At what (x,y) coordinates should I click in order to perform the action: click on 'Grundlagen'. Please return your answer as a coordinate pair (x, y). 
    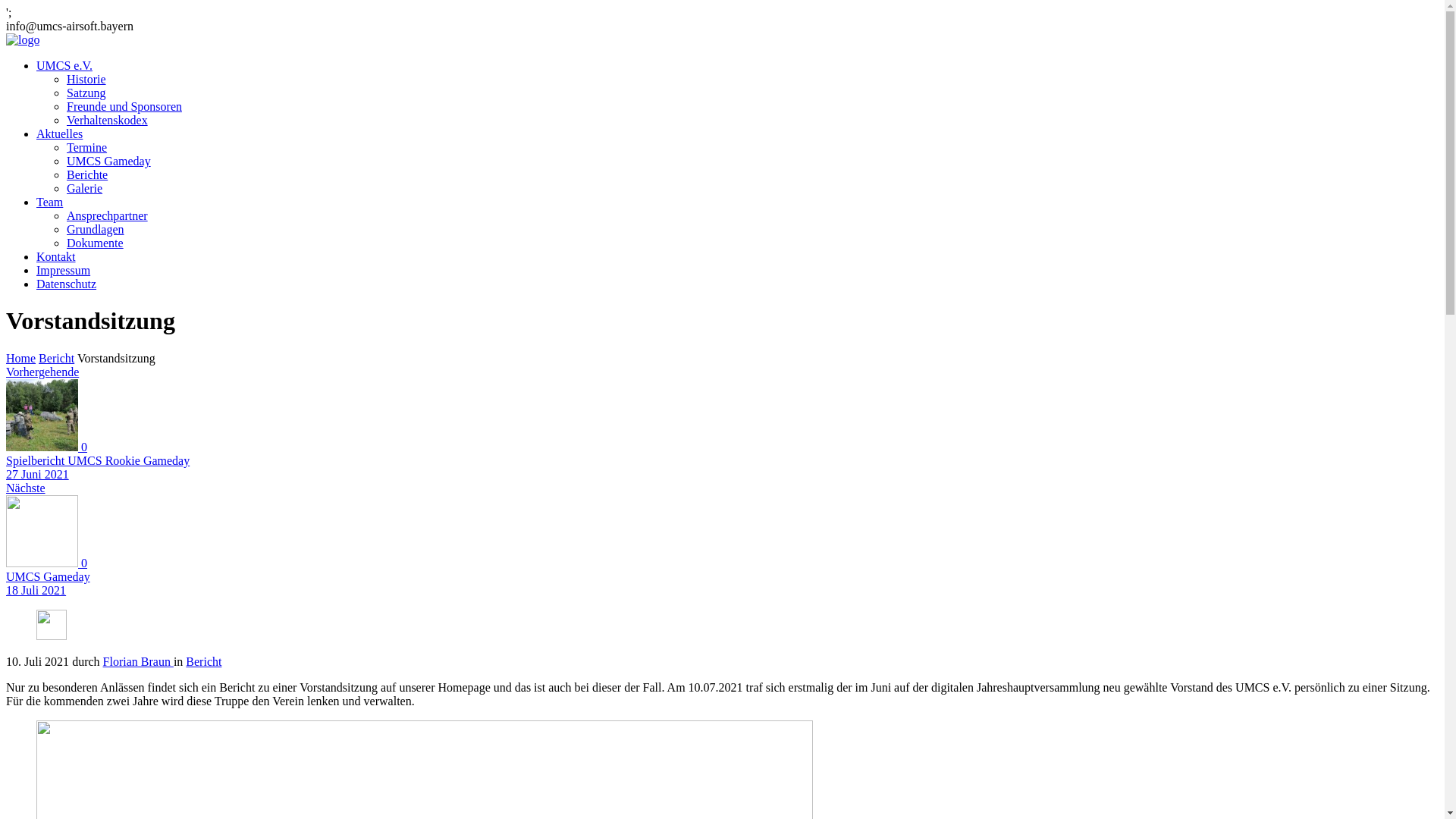
    Looking at the image, I should click on (94, 229).